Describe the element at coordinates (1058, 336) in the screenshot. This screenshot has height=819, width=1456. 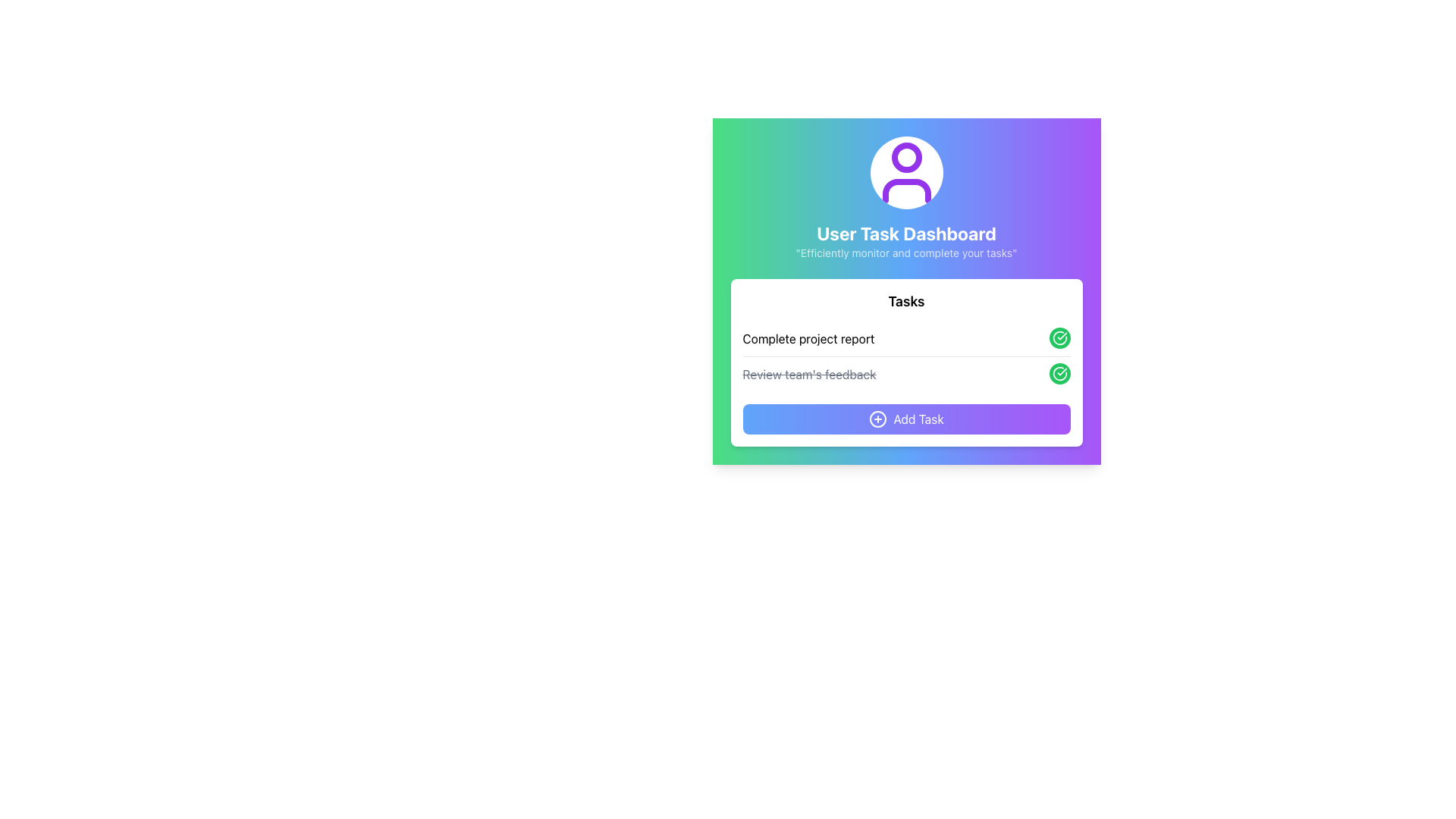
I see `the completion icon located in the second task row's action button on the right side of the task list card, indicating successful completion` at that location.